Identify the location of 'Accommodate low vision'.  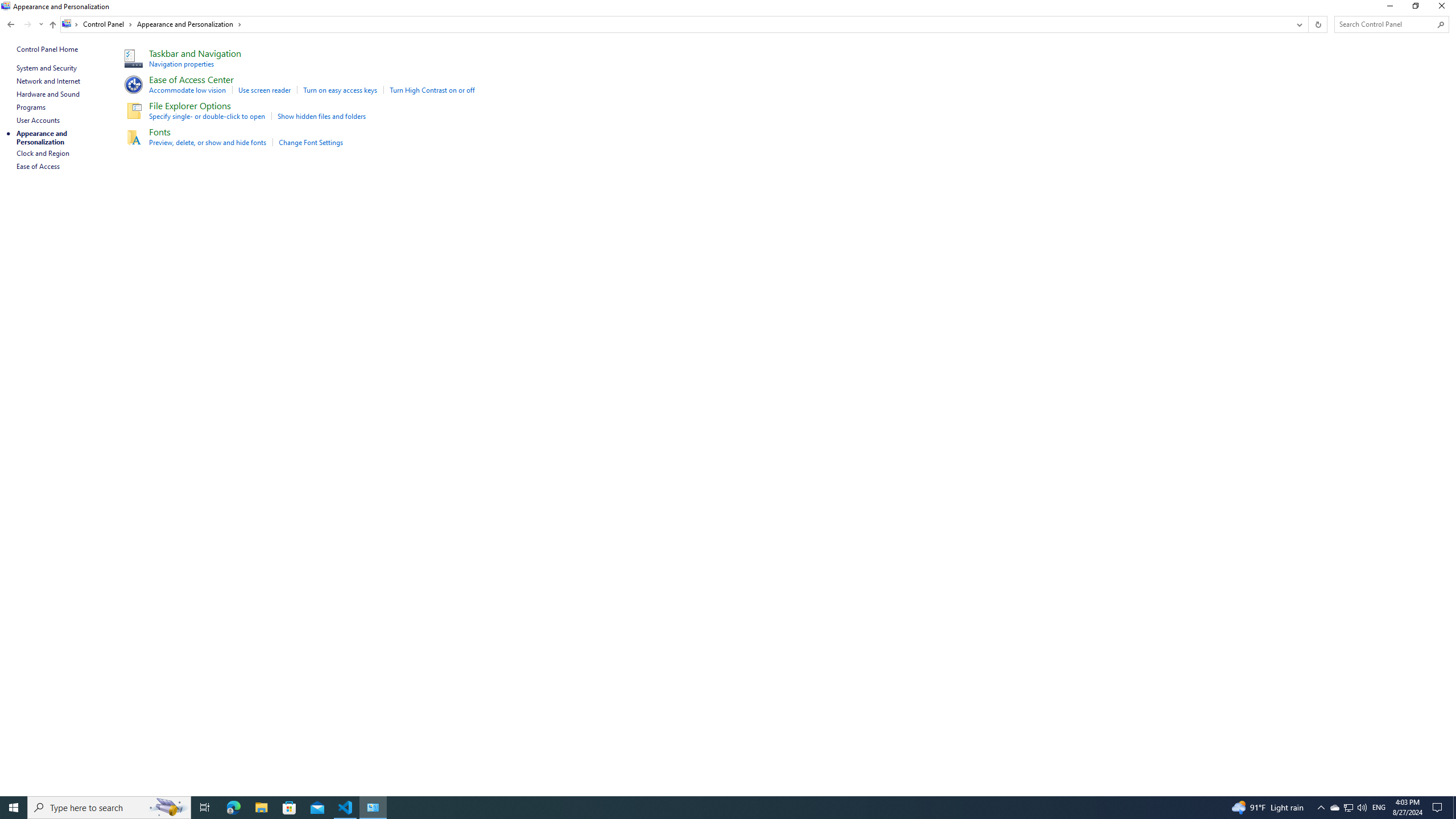
(188, 89).